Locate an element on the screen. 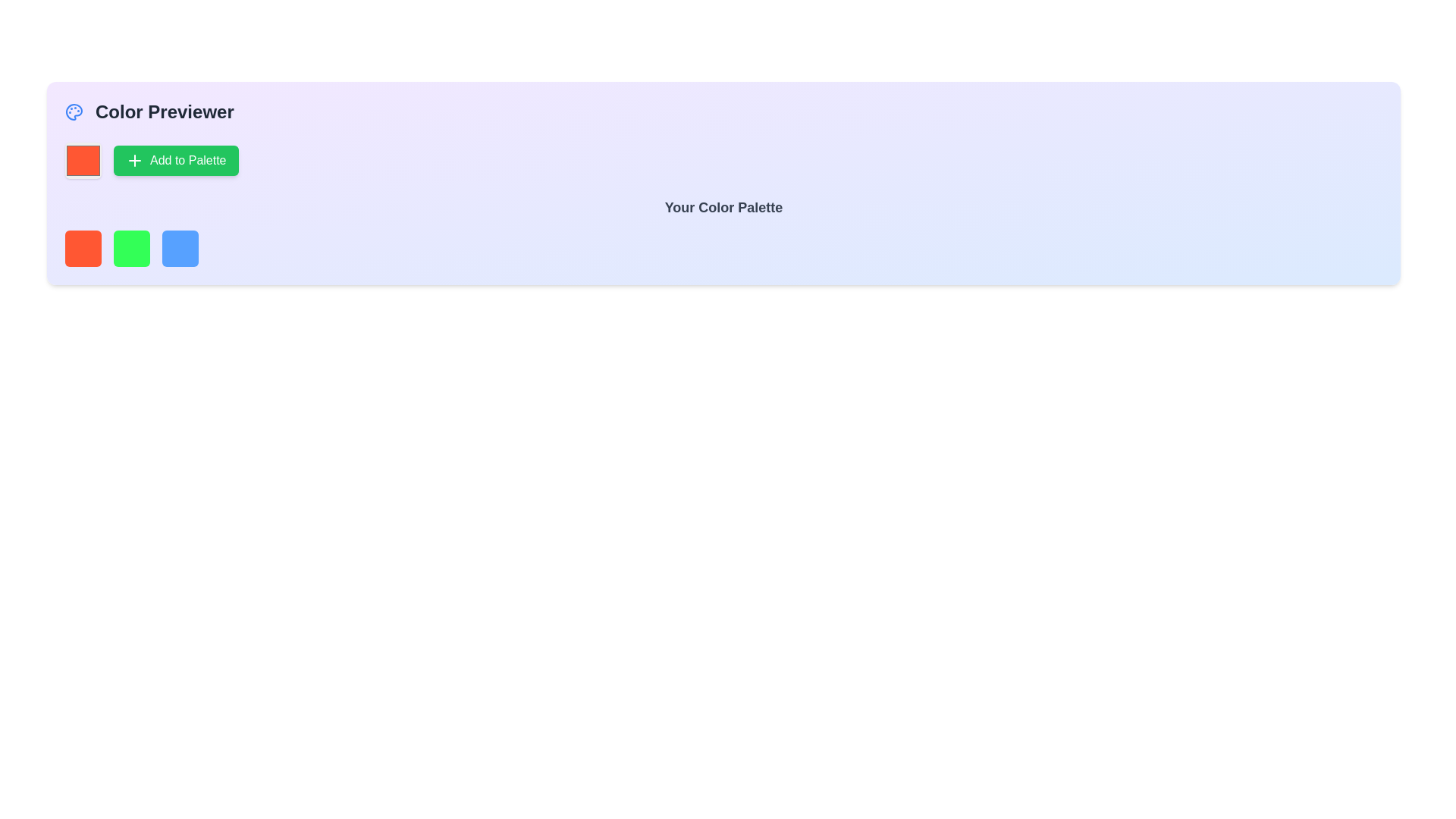  the bright orange color preview tile with rounded corners is located at coordinates (83, 161).